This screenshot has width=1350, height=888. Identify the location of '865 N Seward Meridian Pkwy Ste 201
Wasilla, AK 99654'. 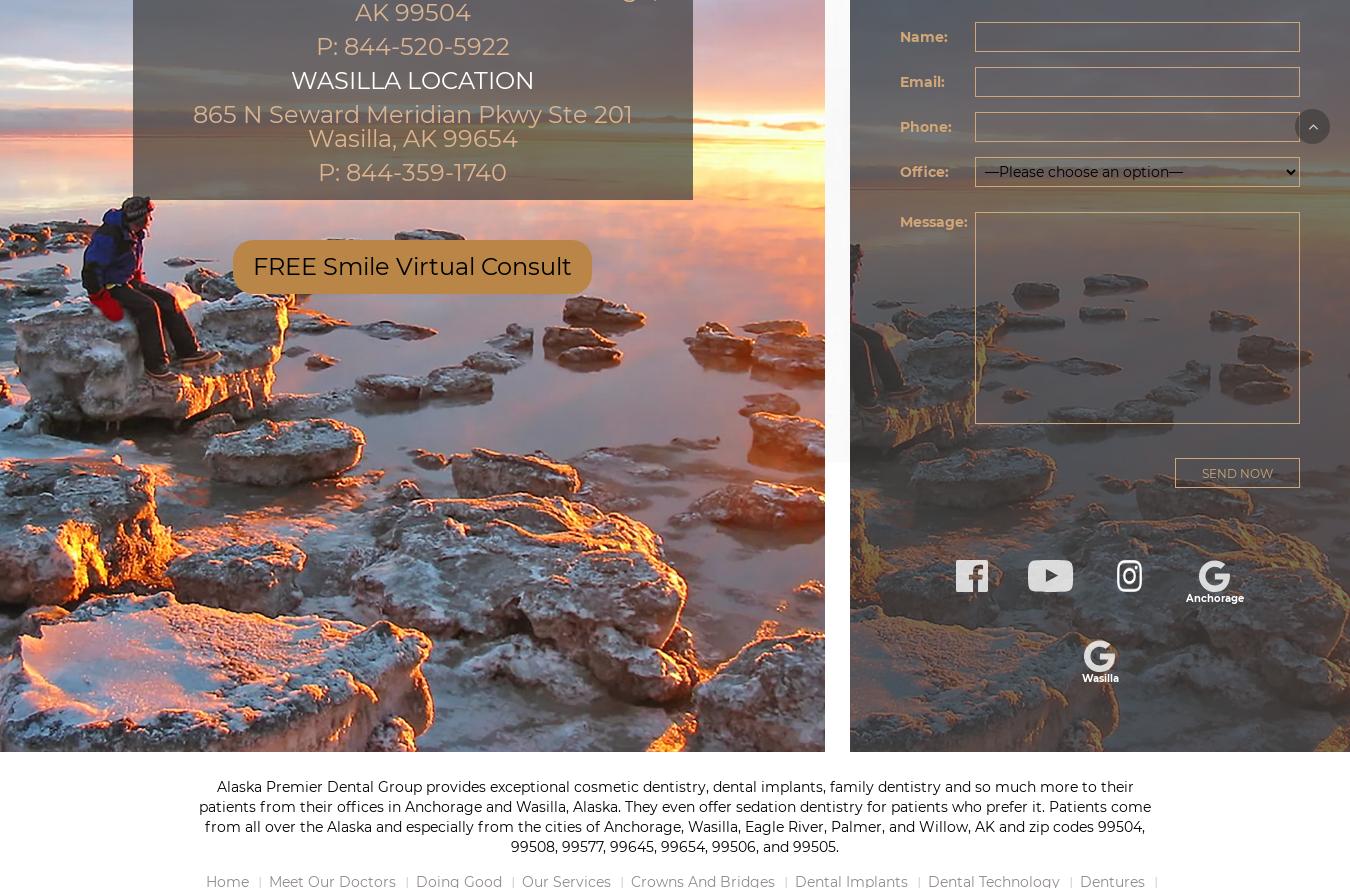
(412, 125).